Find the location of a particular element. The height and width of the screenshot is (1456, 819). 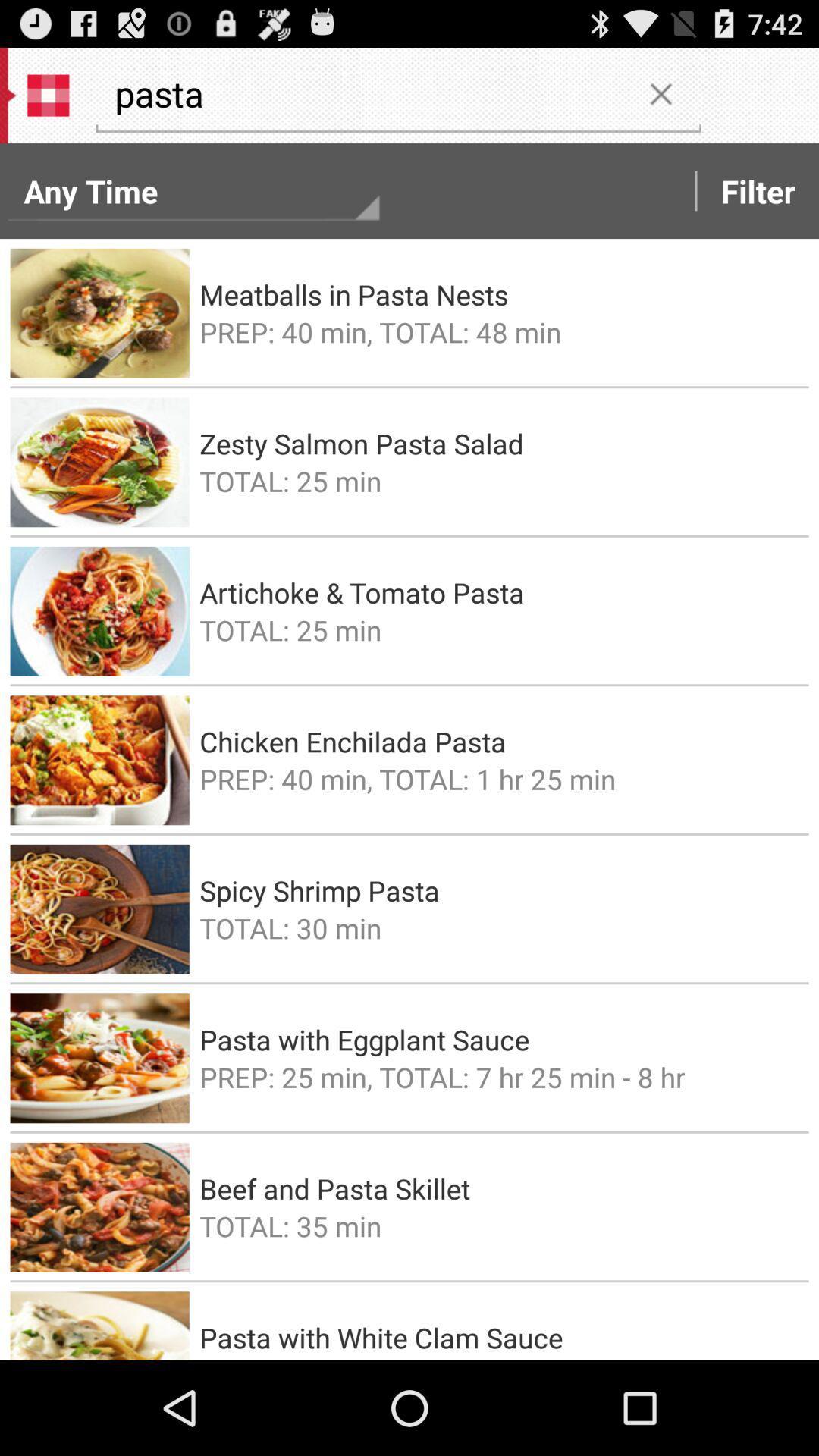

the icon above total: 30 min is located at coordinates (499, 890).